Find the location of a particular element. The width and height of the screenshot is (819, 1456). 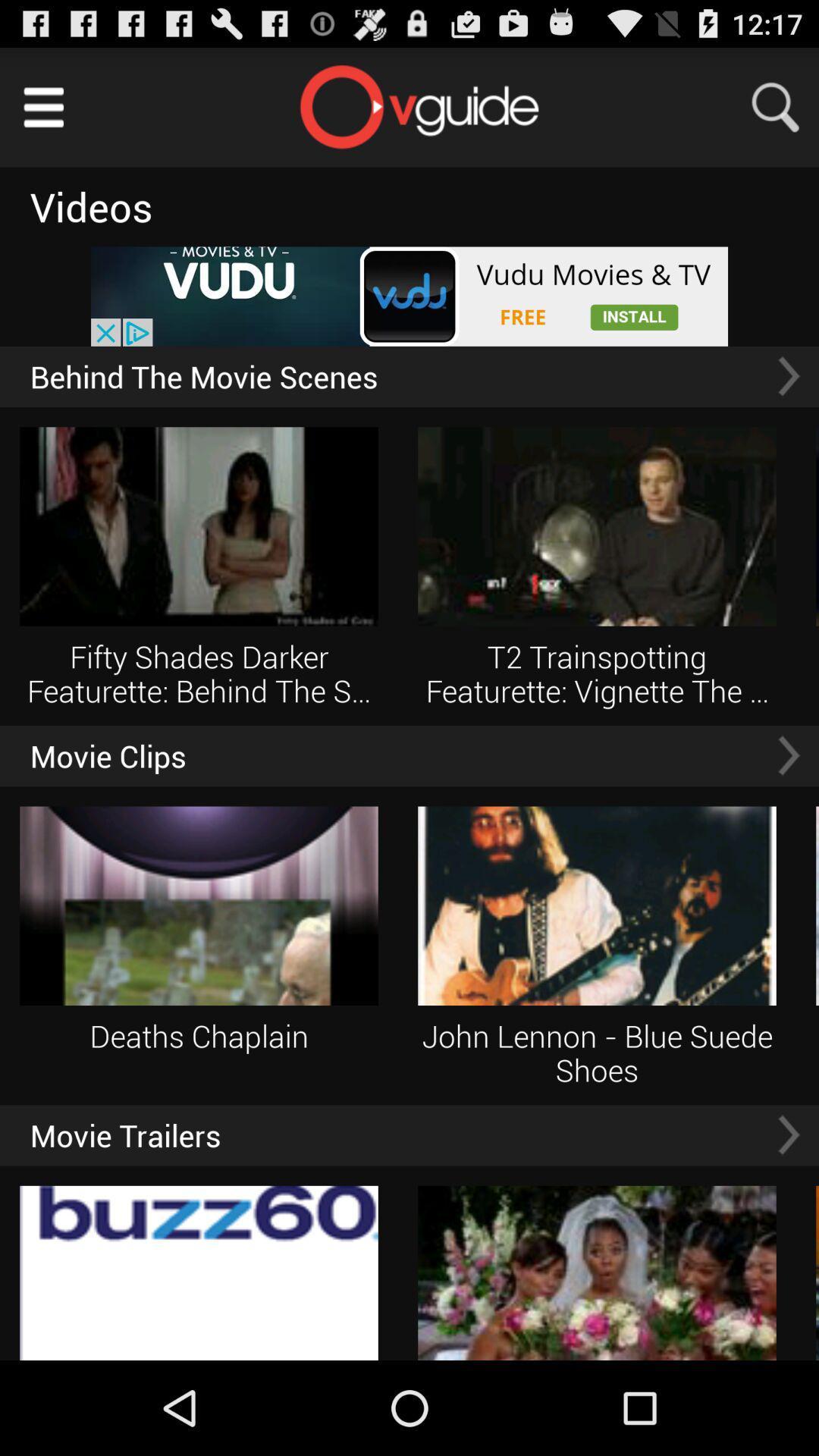

menu button is located at coordinates (42, 106).